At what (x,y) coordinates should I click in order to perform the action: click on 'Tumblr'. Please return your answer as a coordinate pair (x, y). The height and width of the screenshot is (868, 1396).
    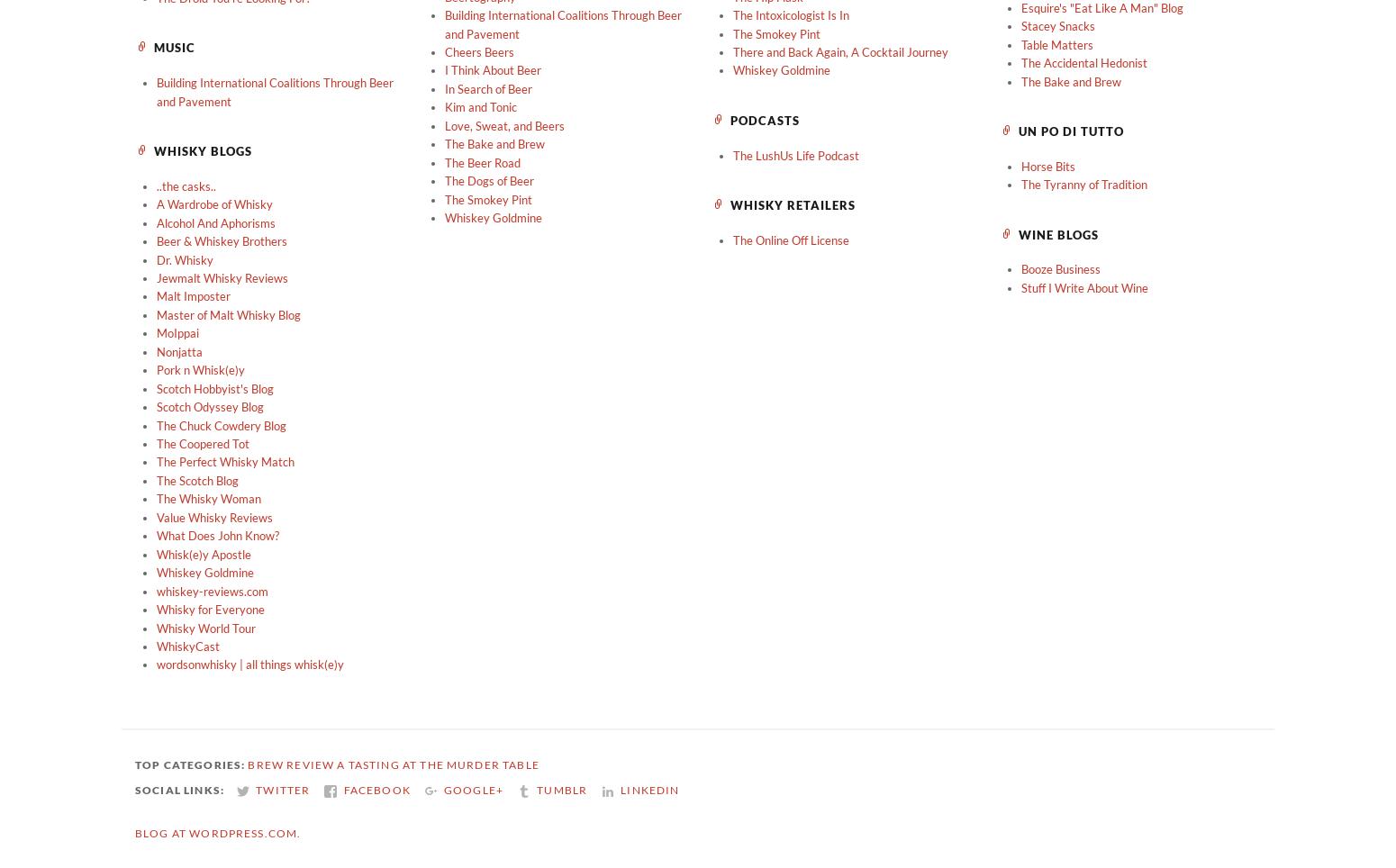
    Looking at the image, I should click on (561, 789).